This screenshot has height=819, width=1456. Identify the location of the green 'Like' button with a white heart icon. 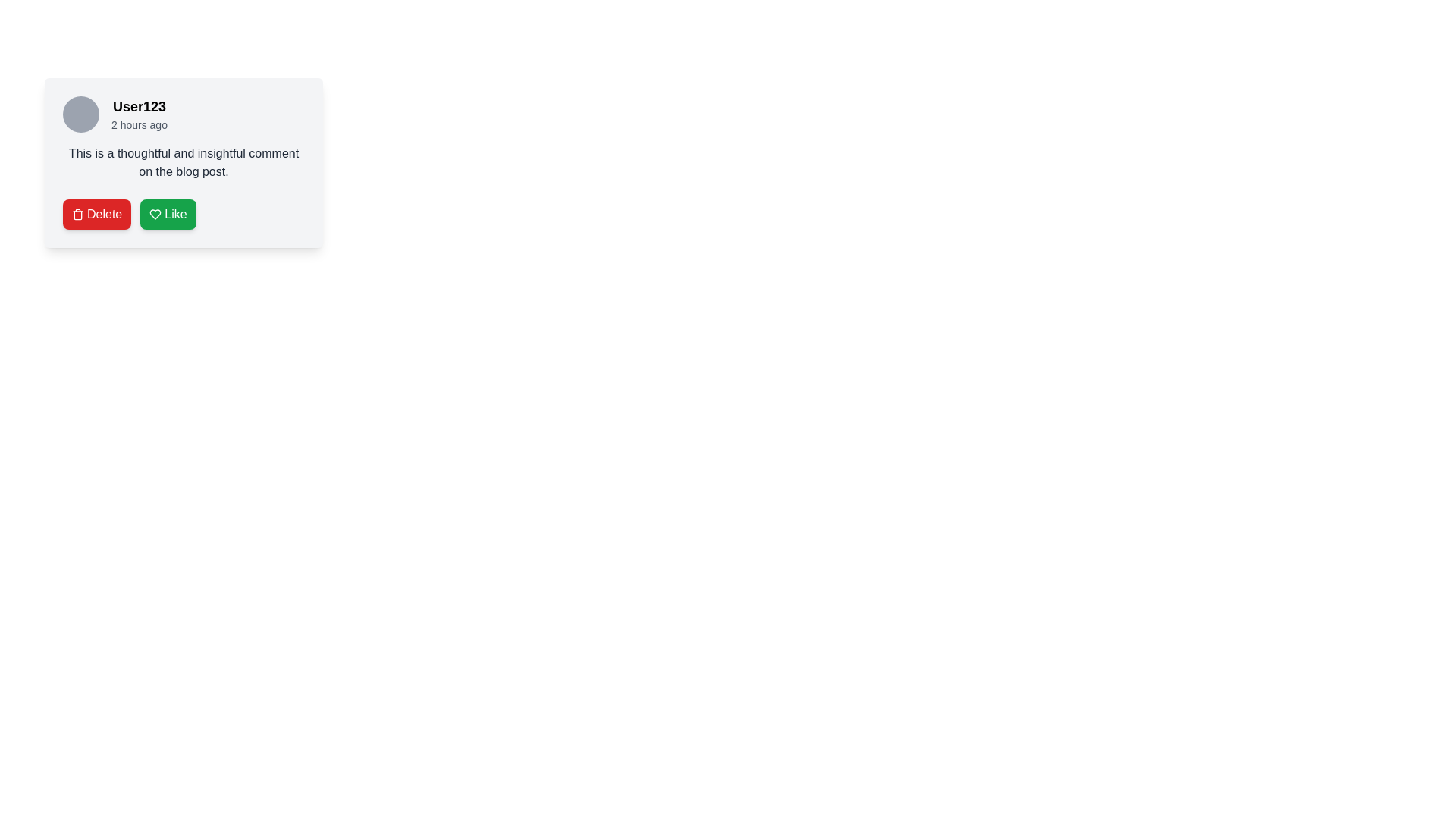
(183, 214).